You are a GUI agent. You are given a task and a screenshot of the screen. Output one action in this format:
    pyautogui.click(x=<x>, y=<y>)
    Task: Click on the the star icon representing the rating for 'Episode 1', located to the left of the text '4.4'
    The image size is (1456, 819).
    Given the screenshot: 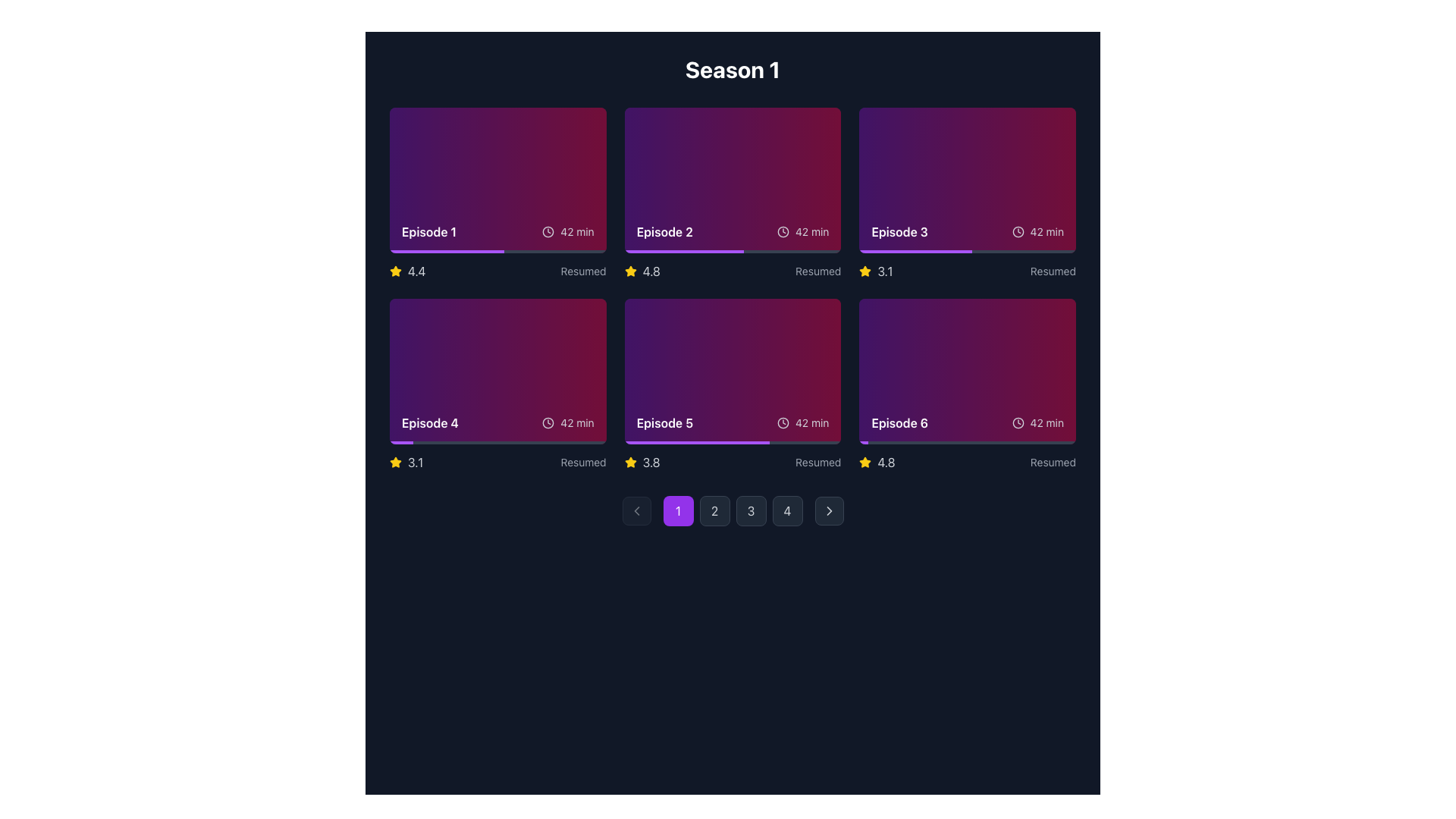 What is the action you would take?
    pyautogui.click(x=396, y=271)
    